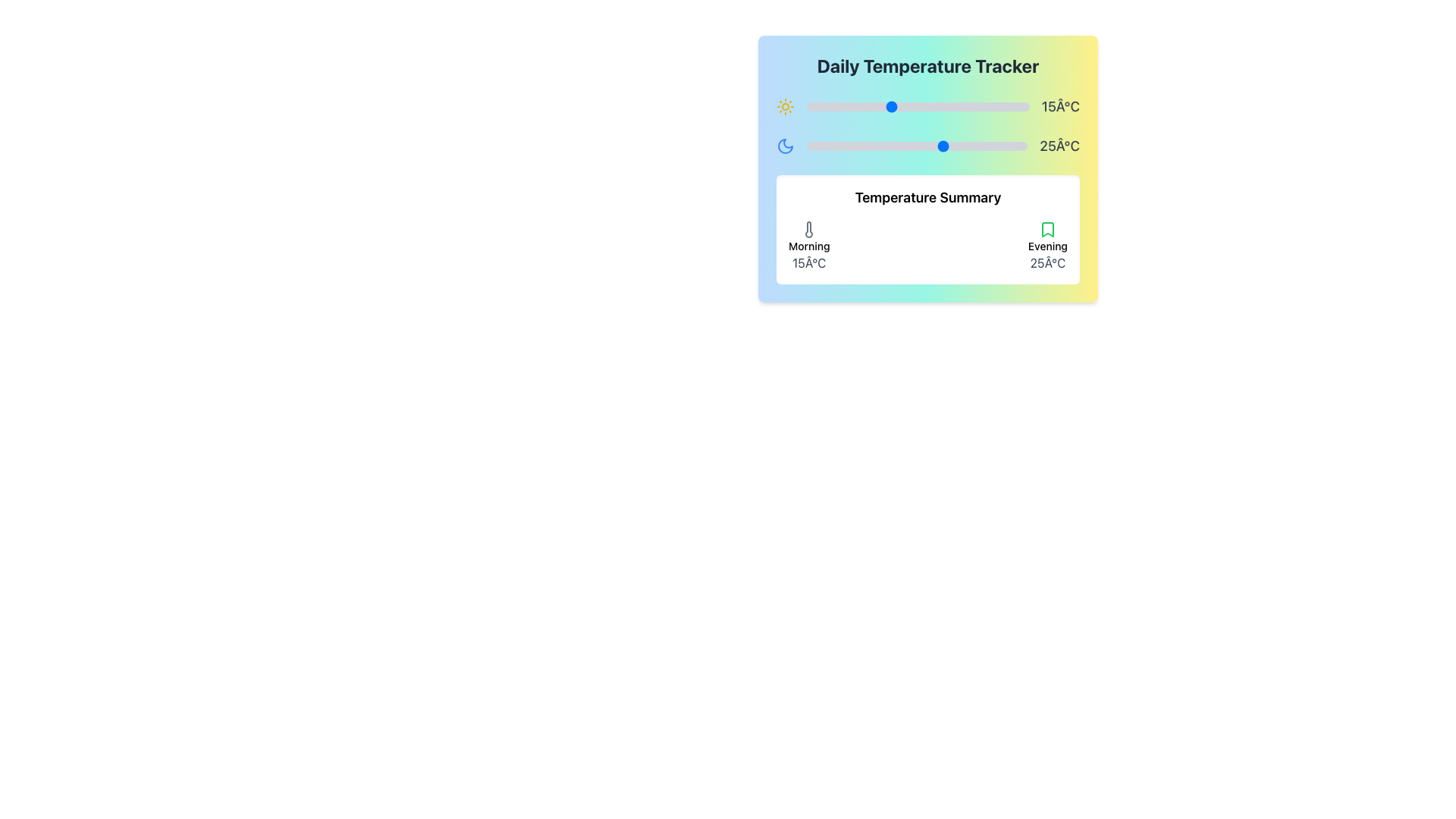  Describe the element at coordinates (1047, 245) in the screenshot. I see `the text label displaying 'Evening', which is centrally aligned within the 'Temperature Summary' section` at that location.